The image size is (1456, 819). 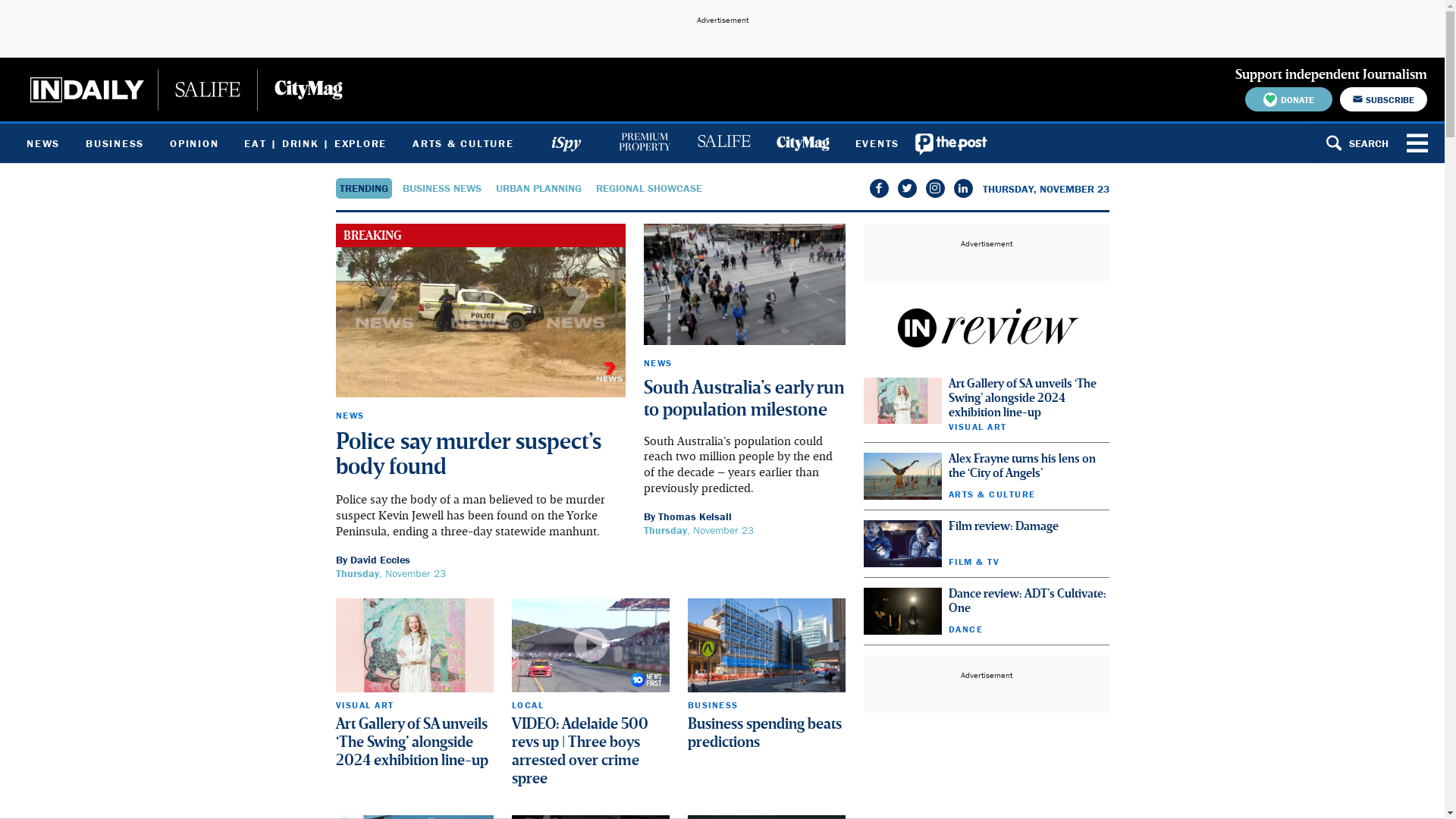 I want to click on 'DONATE', so click(x=1288, y=99).